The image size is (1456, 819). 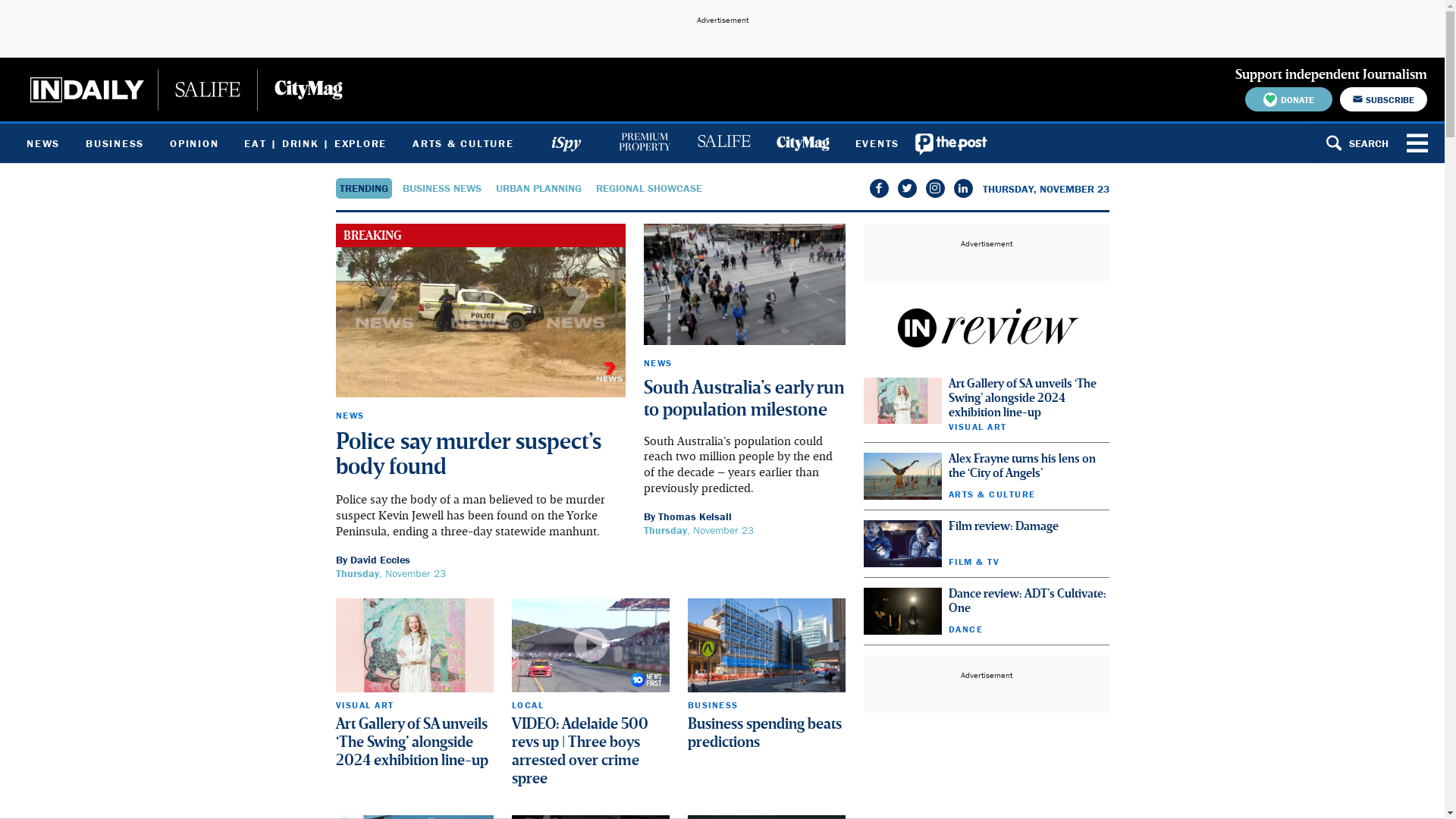 I want to click on 'DONATE', so click(x=1288, y=99).